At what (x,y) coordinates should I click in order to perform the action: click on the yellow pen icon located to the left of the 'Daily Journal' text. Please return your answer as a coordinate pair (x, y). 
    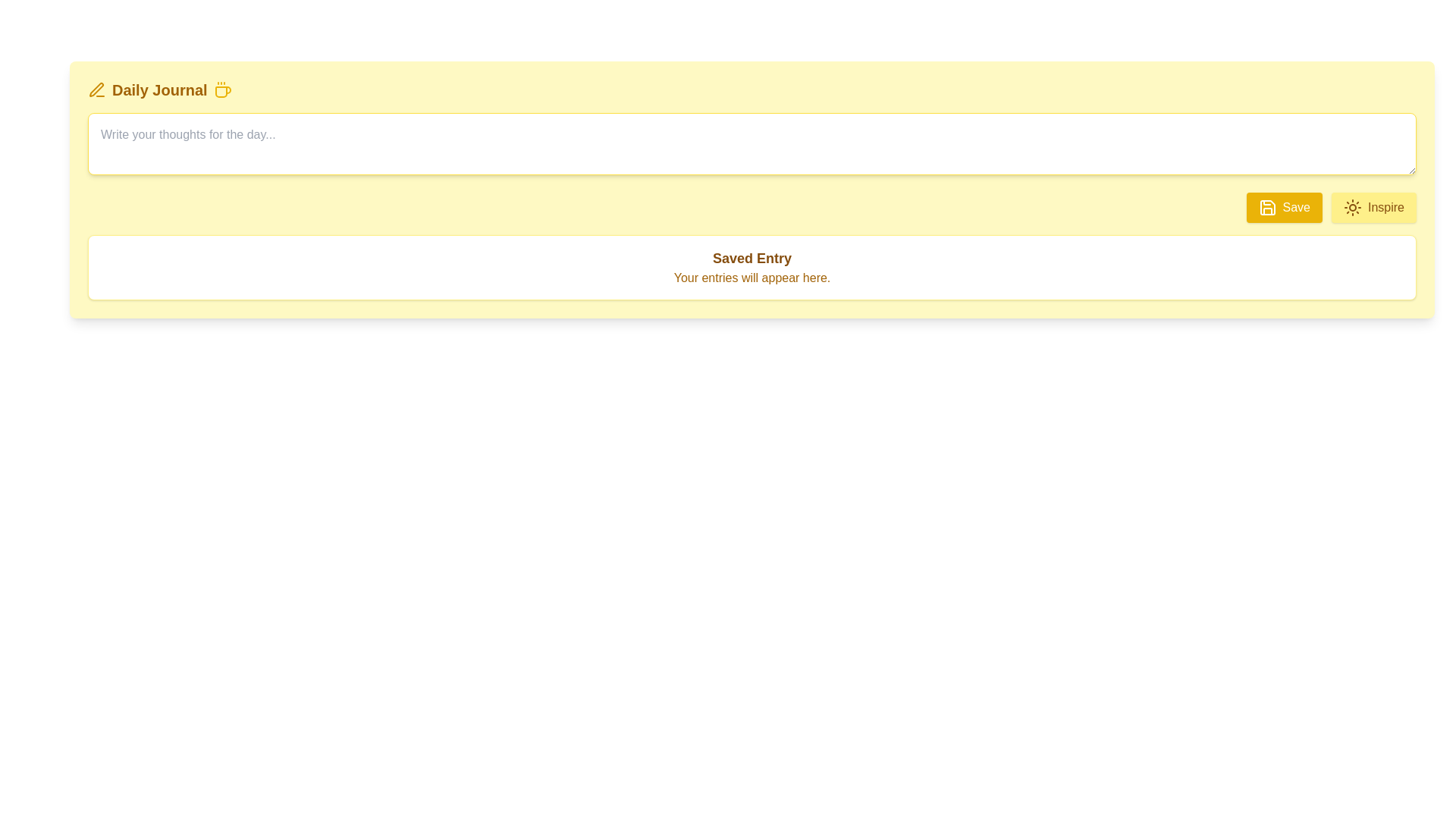
    Looking at the image, I should click on (96, 90).